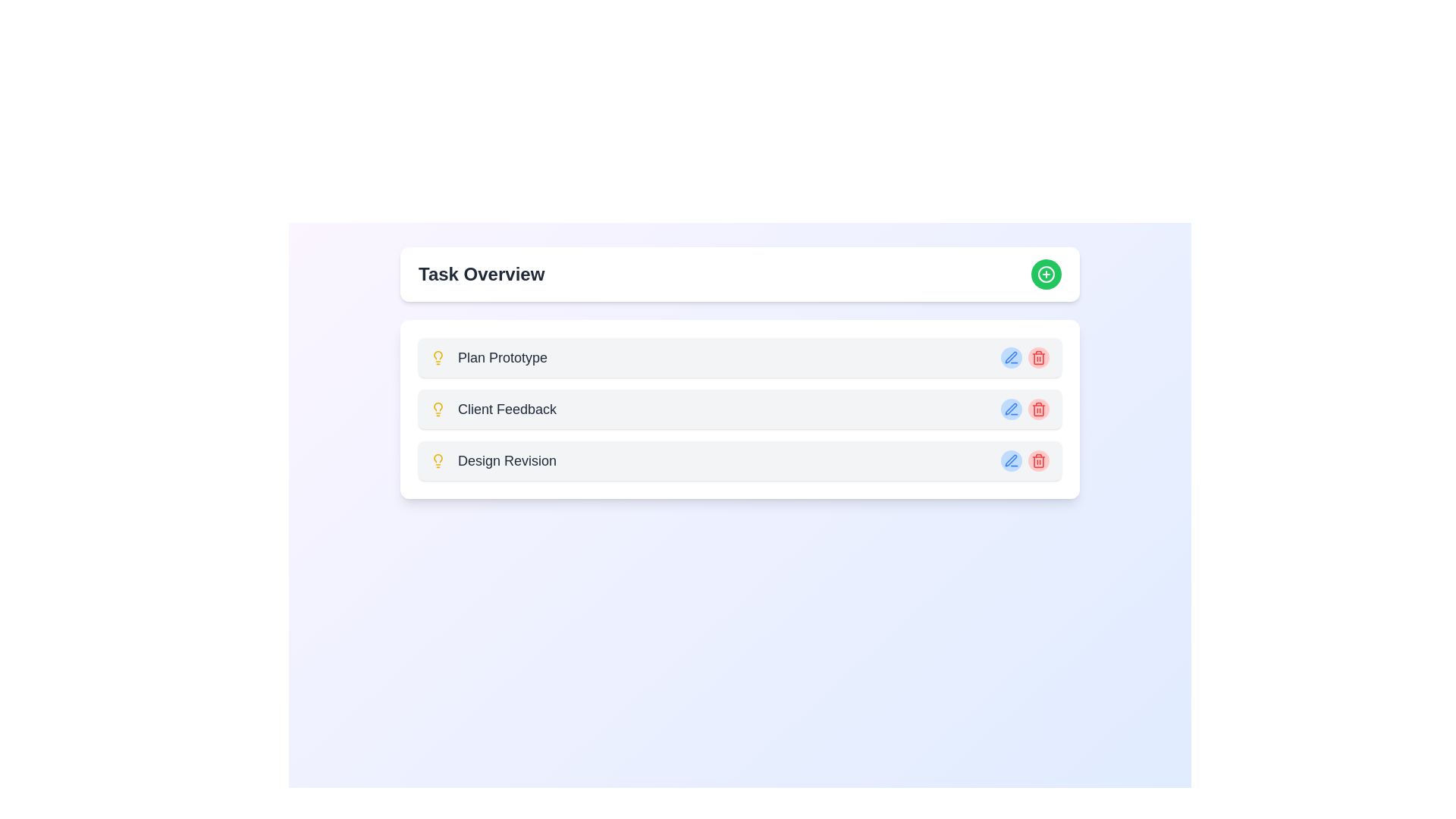 This screenshot has height=819, width=1456. Describe the element at coordinates (1037, 357) in the screenshot. I see `the delete button located to the right of the edit button in the task list interface to change its appearance` at that location.